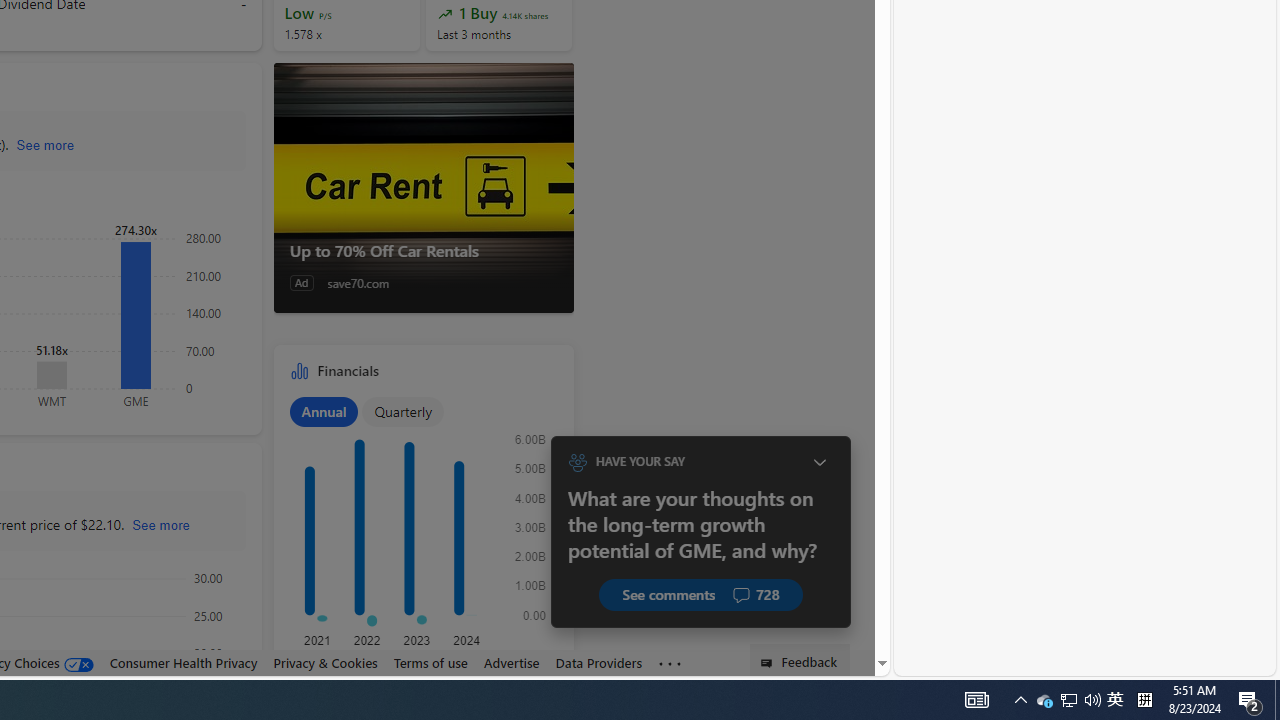 The image size is (1280, 720). Describe the element at coordinates (418, 531) in the screenshot. I see `'Class: chartSvg'` at that location.